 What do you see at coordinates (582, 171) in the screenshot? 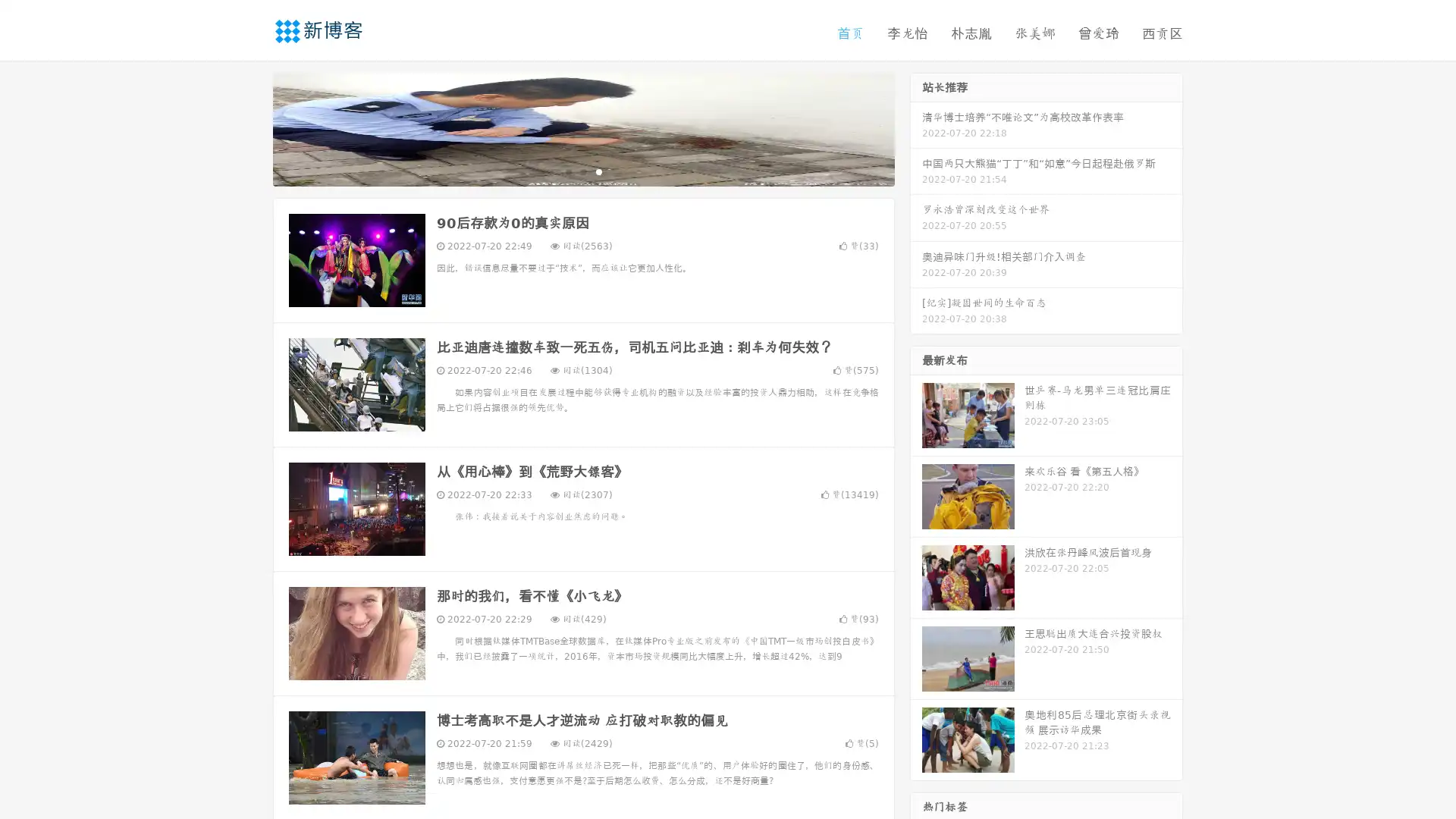
I see `Go to slide 2` at bounding box center [582, 171].